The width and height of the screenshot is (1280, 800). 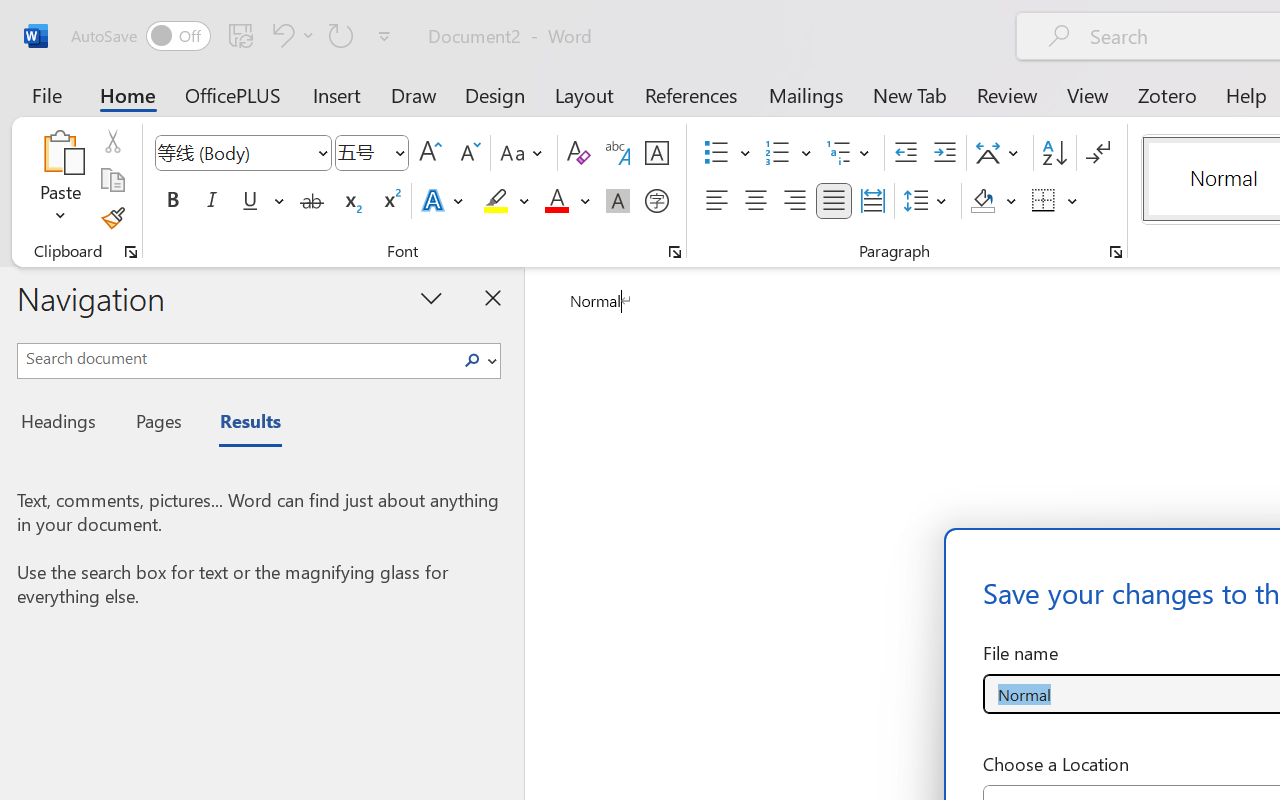 I want to click on 'Font Color', so click(x=566, y=201).